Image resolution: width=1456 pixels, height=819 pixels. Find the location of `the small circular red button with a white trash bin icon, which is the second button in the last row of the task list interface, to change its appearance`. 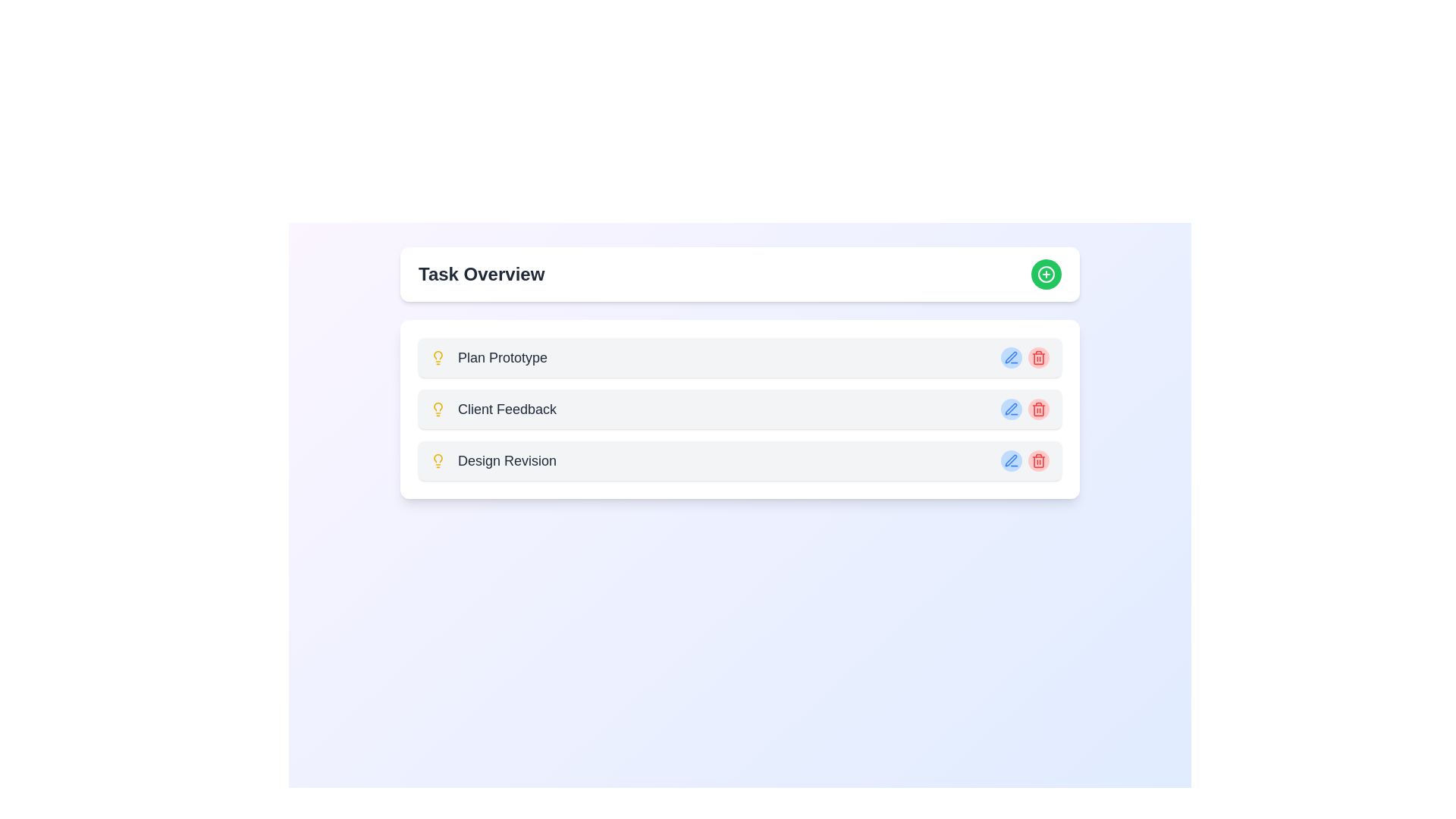

the small circular red button with a white trash bin icon, which is the second button in the last row of the task list interface, to change its appearance is located at coordinates (1037, 357).